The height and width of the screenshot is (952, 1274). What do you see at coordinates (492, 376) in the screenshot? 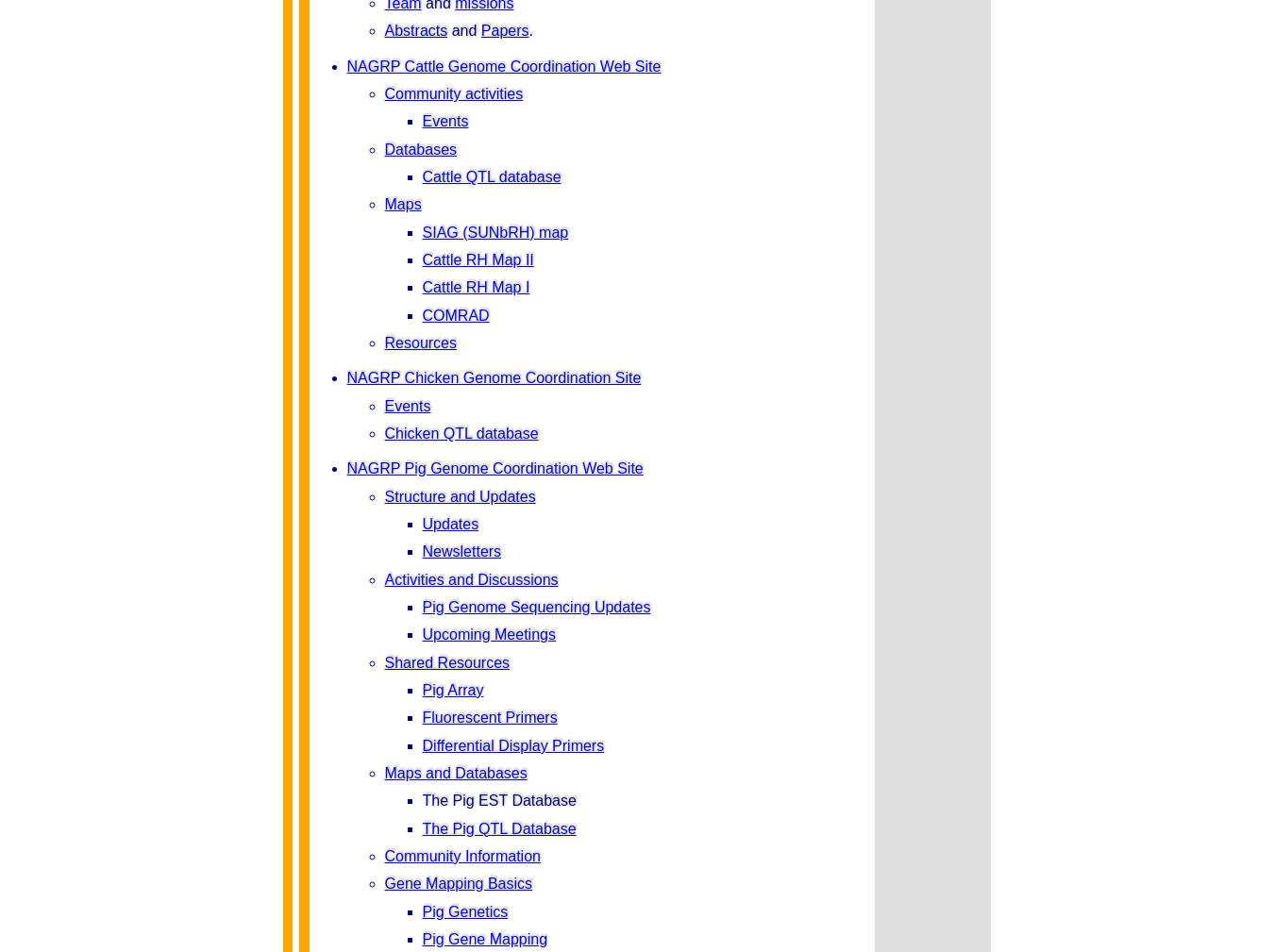
I see `'NAGRP Chicken Genome Coordination Site'` at bounding box center [492, 376].